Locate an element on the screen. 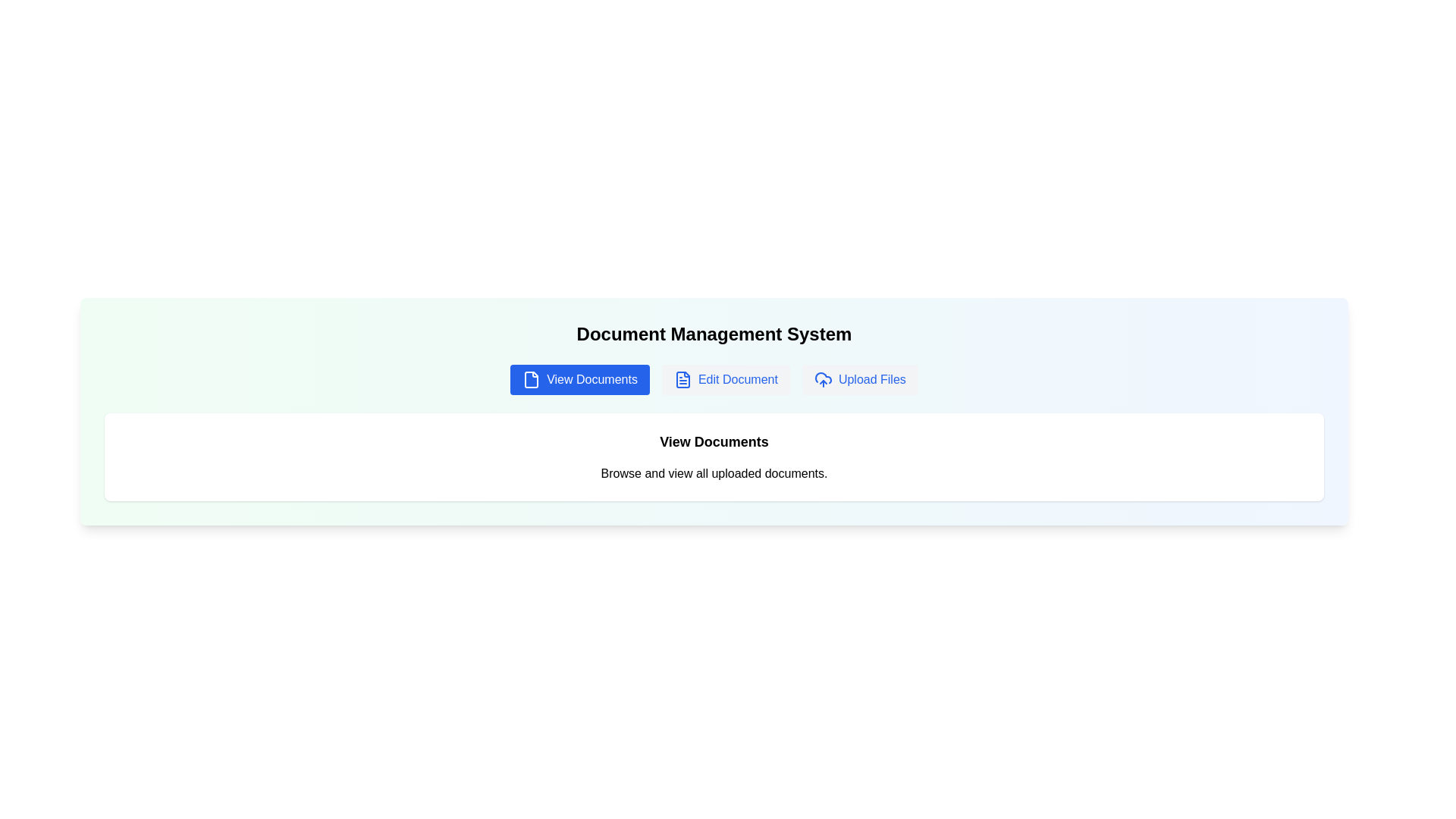 The height and width of the screenshot is (819, 1456). the tab labeled View Documents is located at coordinates (579, 379).